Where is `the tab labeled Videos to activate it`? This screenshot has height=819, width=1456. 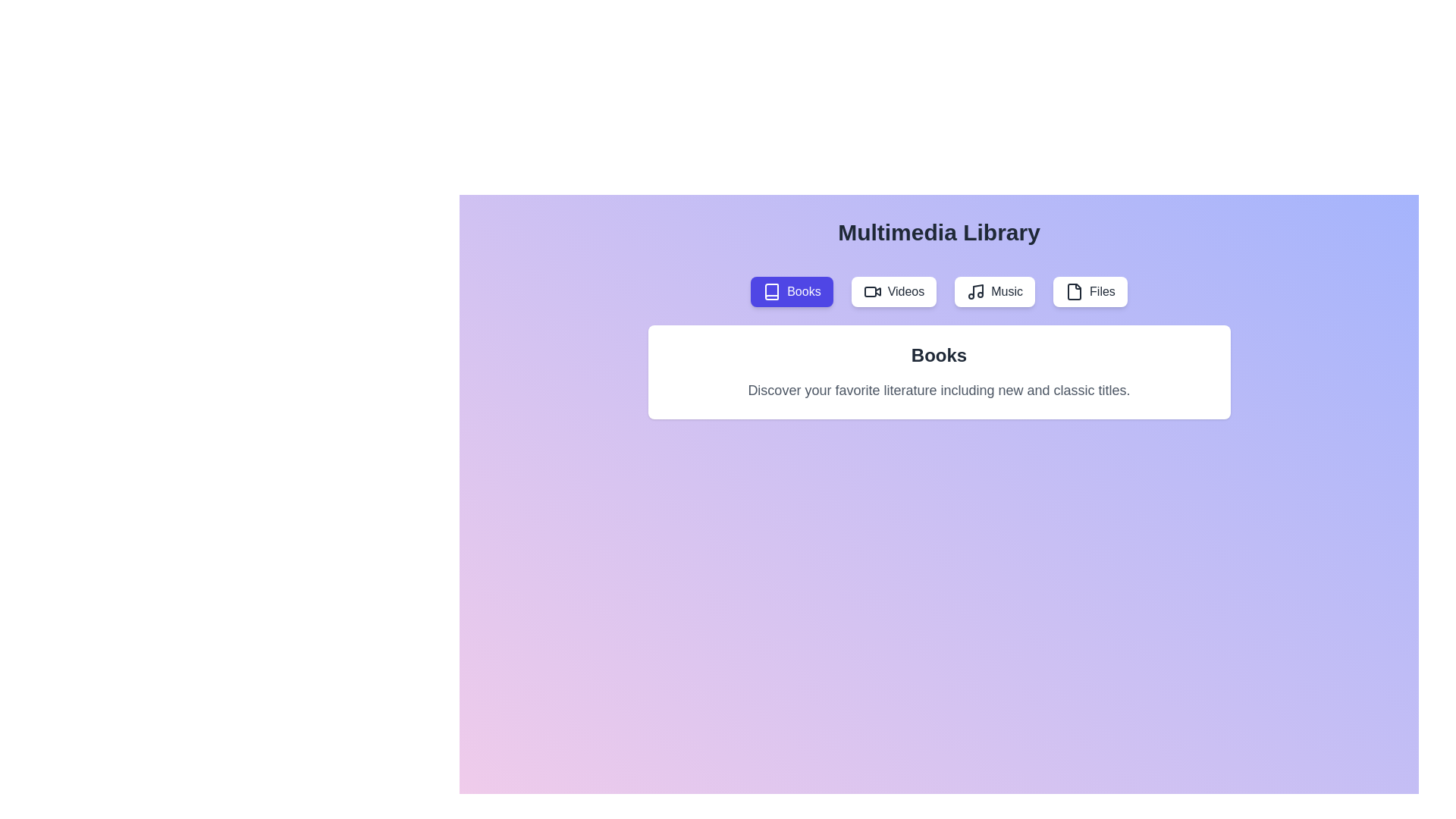
the tab labeled Videos to activate it is located at coordinates (893, 292).